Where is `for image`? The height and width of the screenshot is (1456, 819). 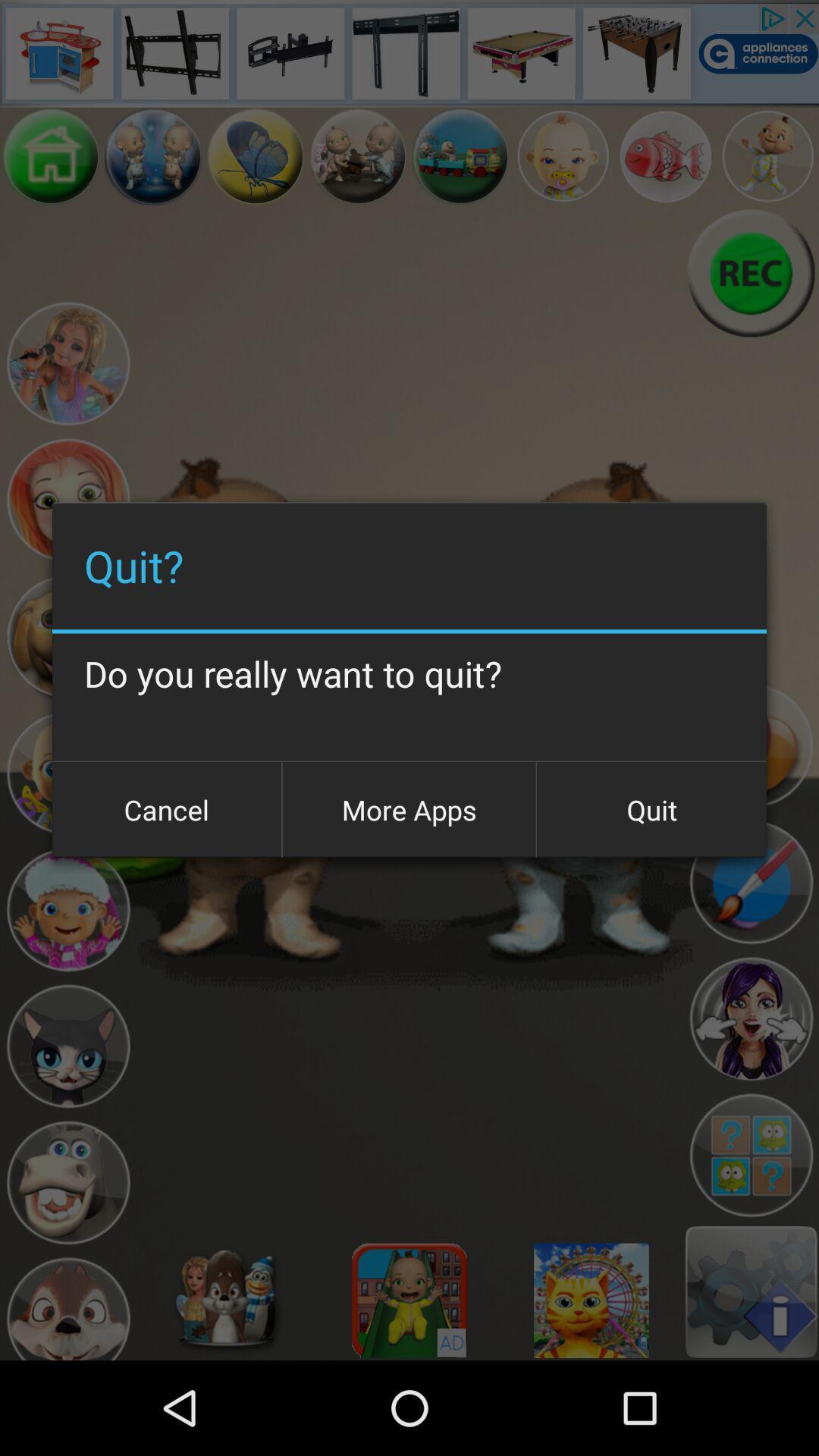 for image is located at coordinates (409, 1300).